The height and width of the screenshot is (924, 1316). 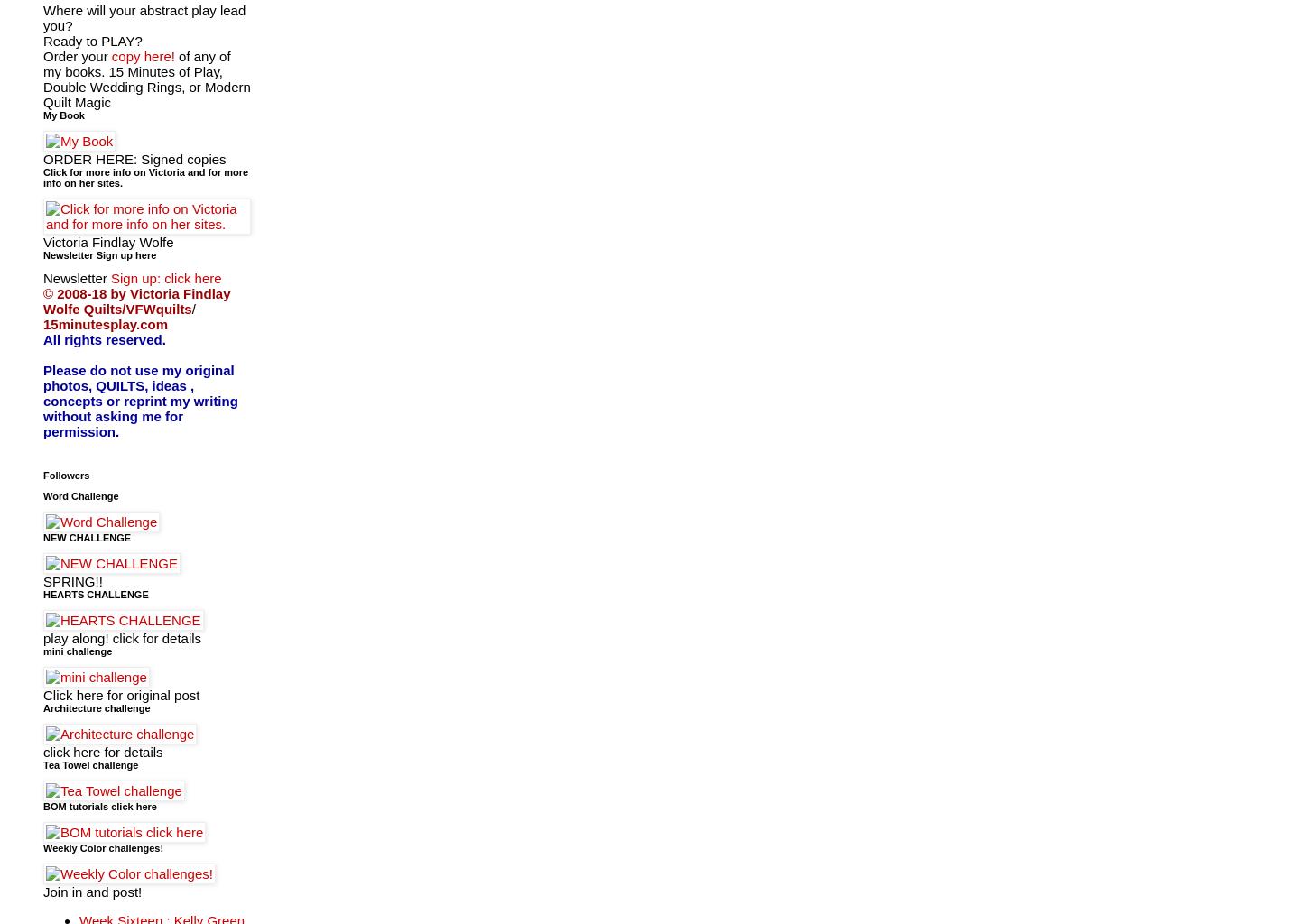 What do you see at coordinates (135, 300) in the screenshot?
I see `'2008-18 by Victoria Findlay Wolfe Quilts/VFWquilts'` at bounding box center [135, 300].